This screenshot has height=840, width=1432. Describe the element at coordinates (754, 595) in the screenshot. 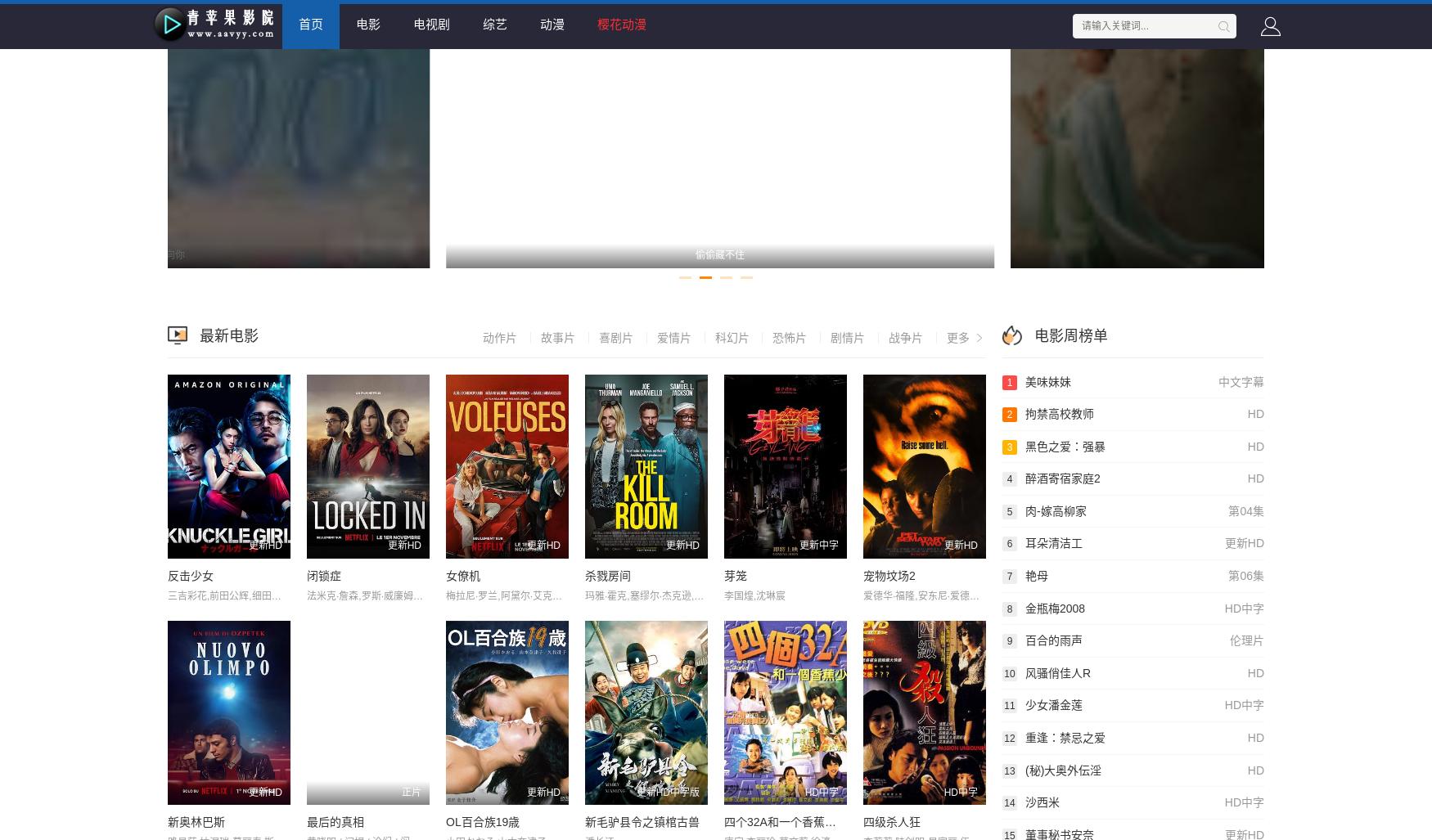

I see `'李国煌,沈琳宸'` at that location.